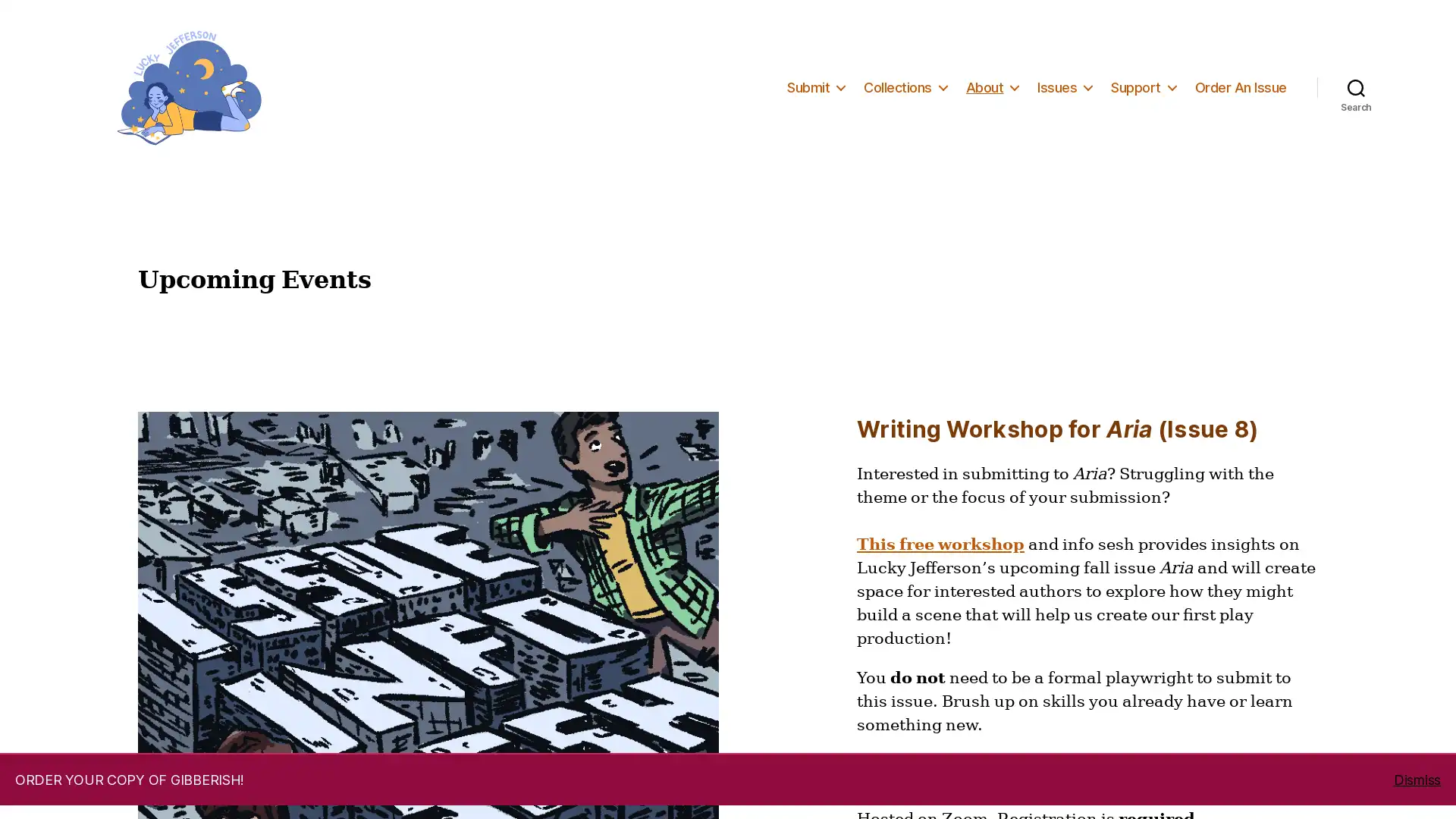 Image resolution: width=1456 pixels, height=819 pixels. Describe the element at coordinates (1356, 87) in the screenshot. I see `Search` at that location.